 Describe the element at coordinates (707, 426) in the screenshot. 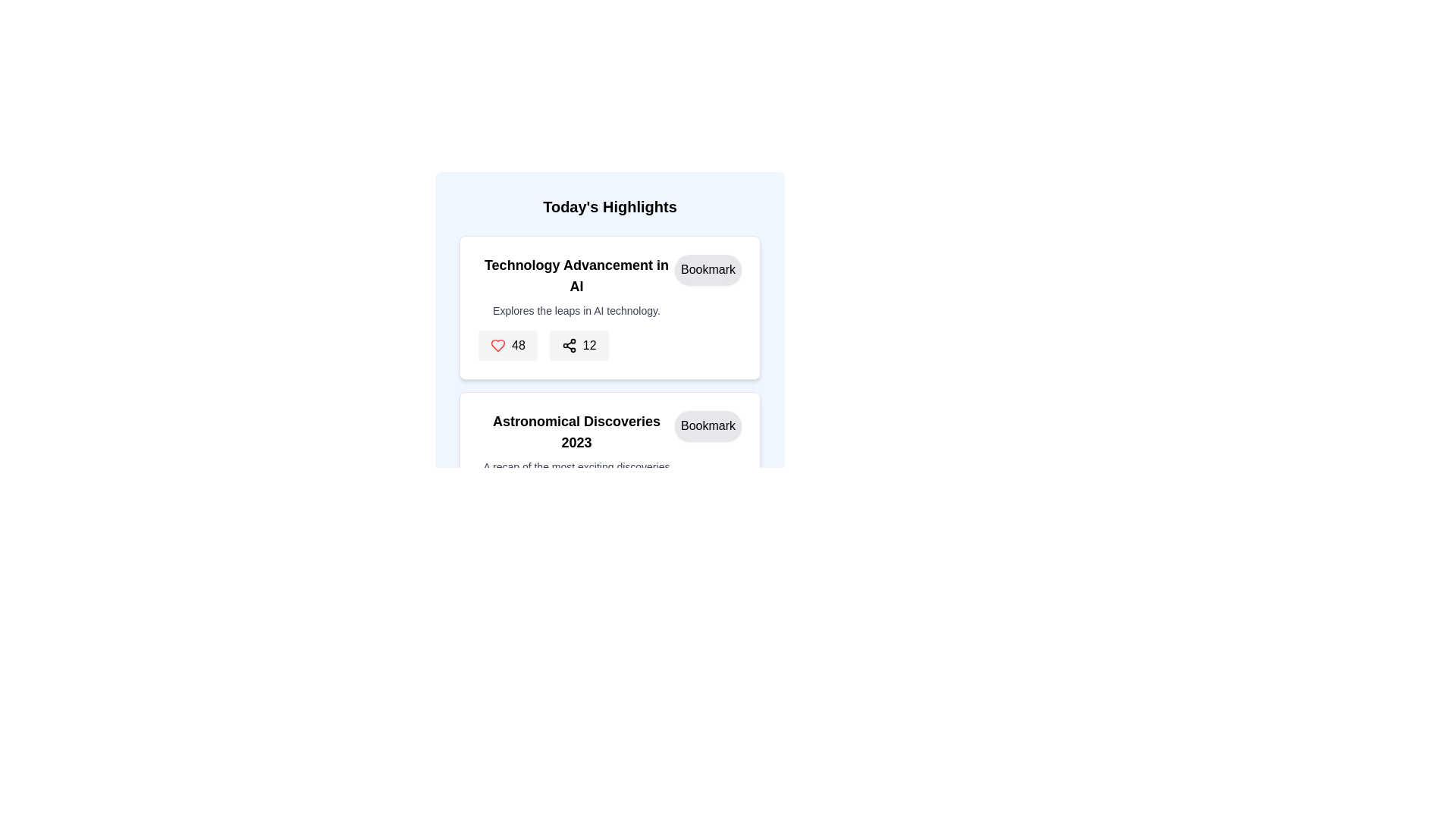

I see `the bookmark button located in the top-right corner of the 'Astronomical Discoveries 2023' card to allow users to save the article for later reference` at that location.